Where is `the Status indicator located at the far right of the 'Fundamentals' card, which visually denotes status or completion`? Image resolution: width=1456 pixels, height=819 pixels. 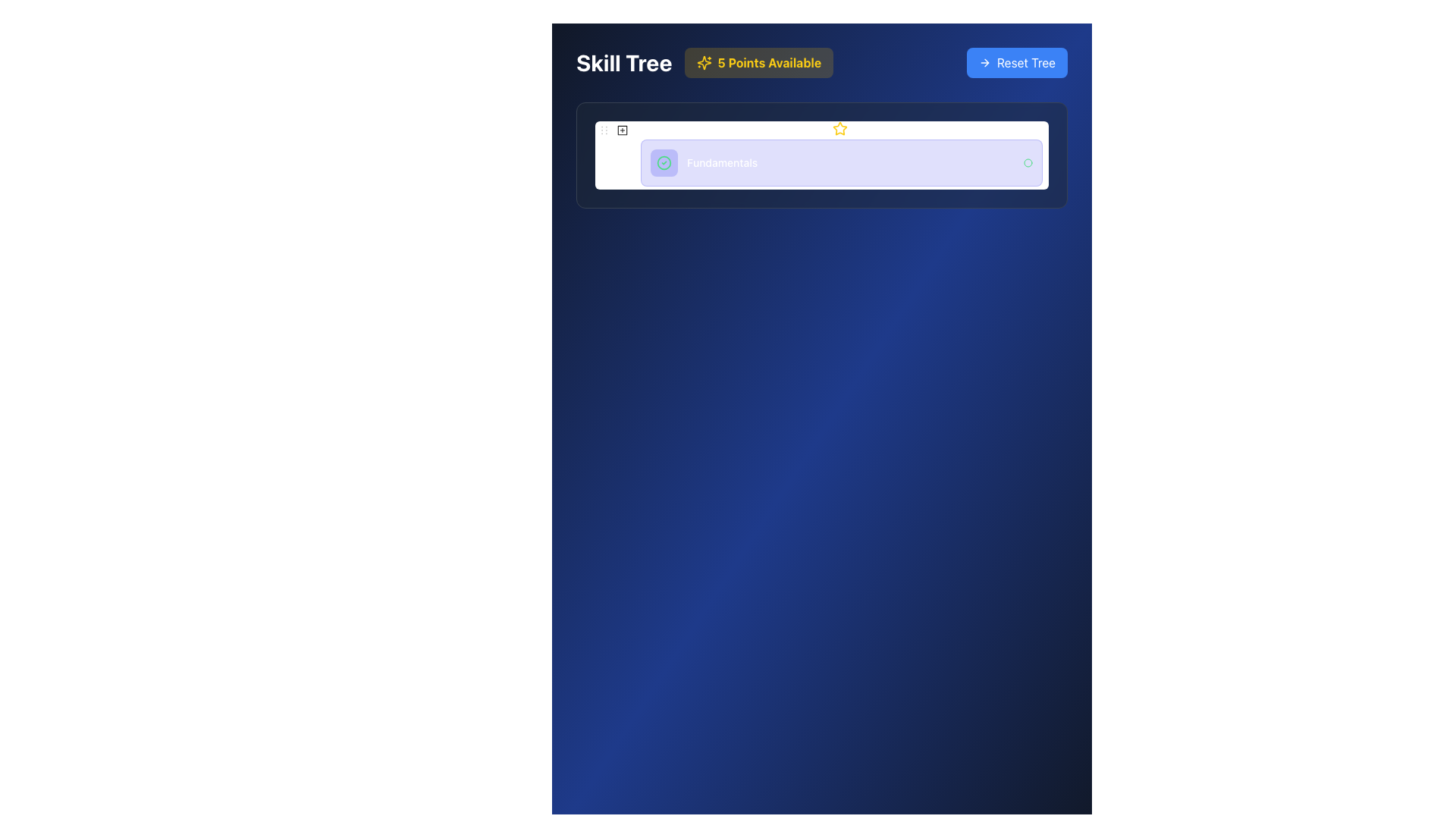 the Status indicator located at the far right of the 'Fundamentals' card, which visually denotes status or completion is located at coordinates (1028, 163).